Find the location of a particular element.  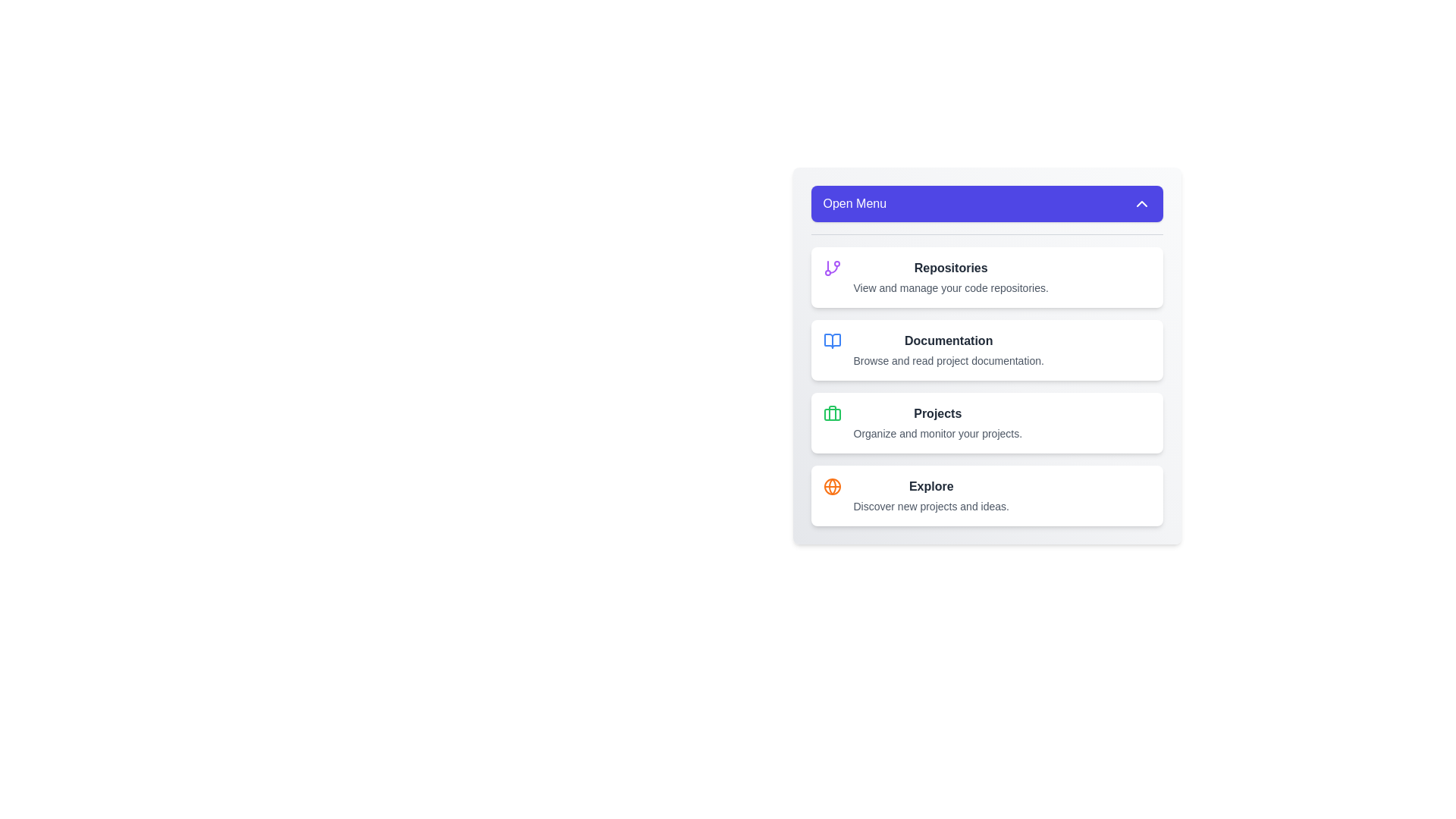

the text element displaying 'Explore' in bold dark gray font, part of the menu section above the descriptive text 'Discover new projects and ideas' is located at coordinates (930, 486).